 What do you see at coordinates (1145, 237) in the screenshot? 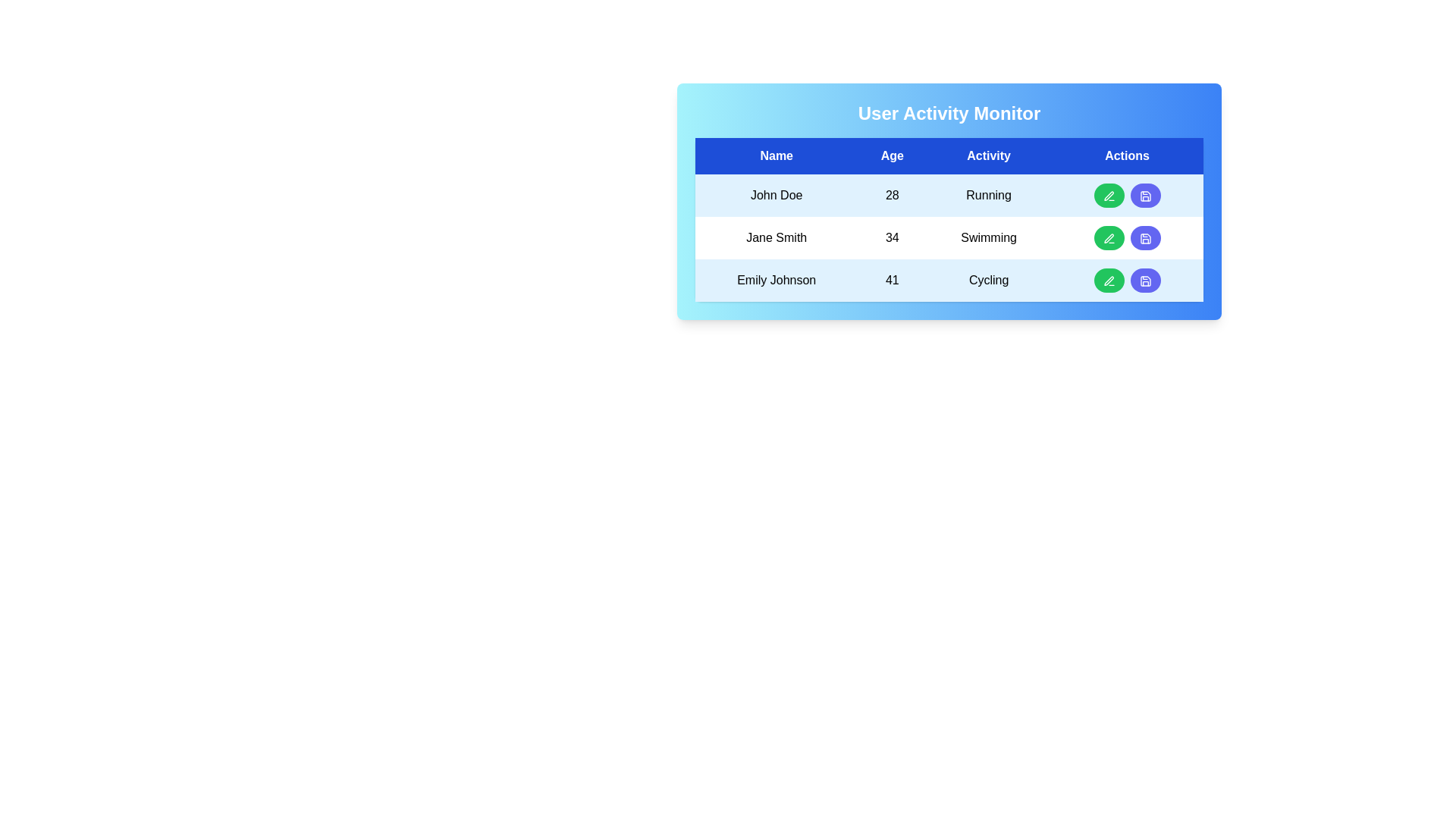
I see `the save button for the Jane Smith row` at bounding box center [1145, 237].